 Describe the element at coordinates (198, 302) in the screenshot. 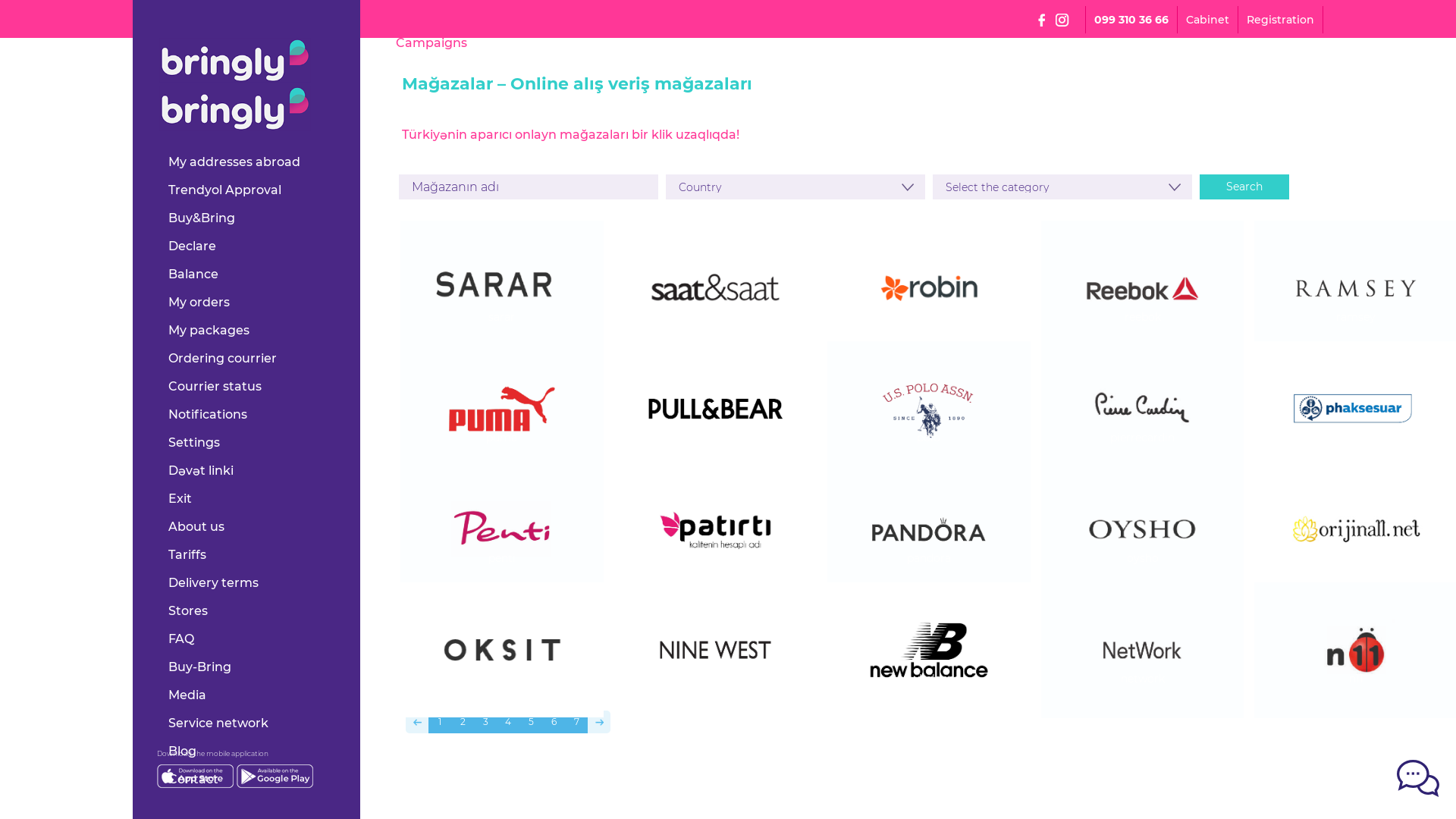

I see `'My orders'` at that location.